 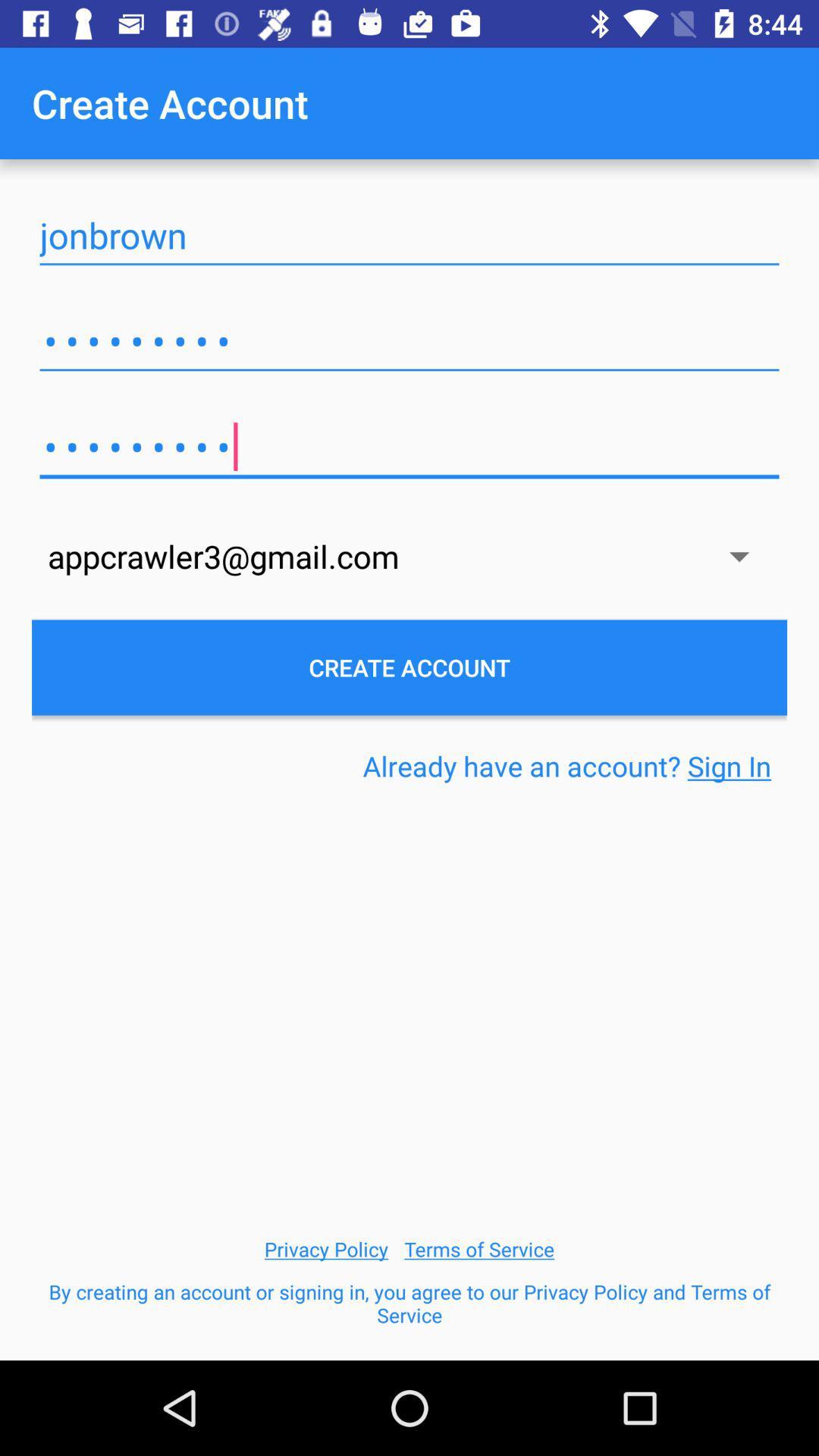 What do you see at coordinates (566, 766) in the screenshot?
I see `icon above privacy policy` at bounding box center [566, 766].